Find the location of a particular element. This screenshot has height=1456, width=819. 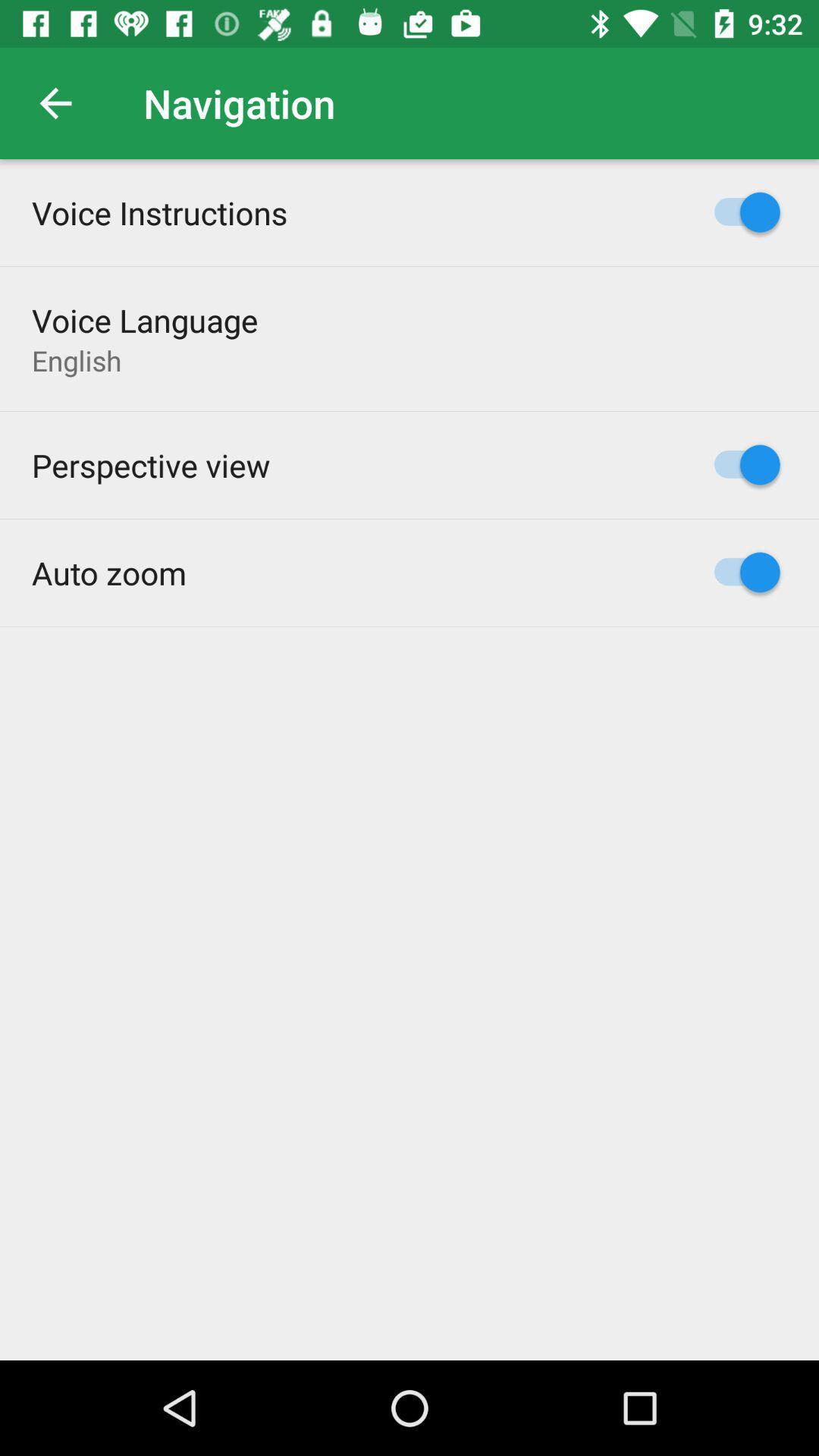

icon above the english item is located at coordinates (145, 319).